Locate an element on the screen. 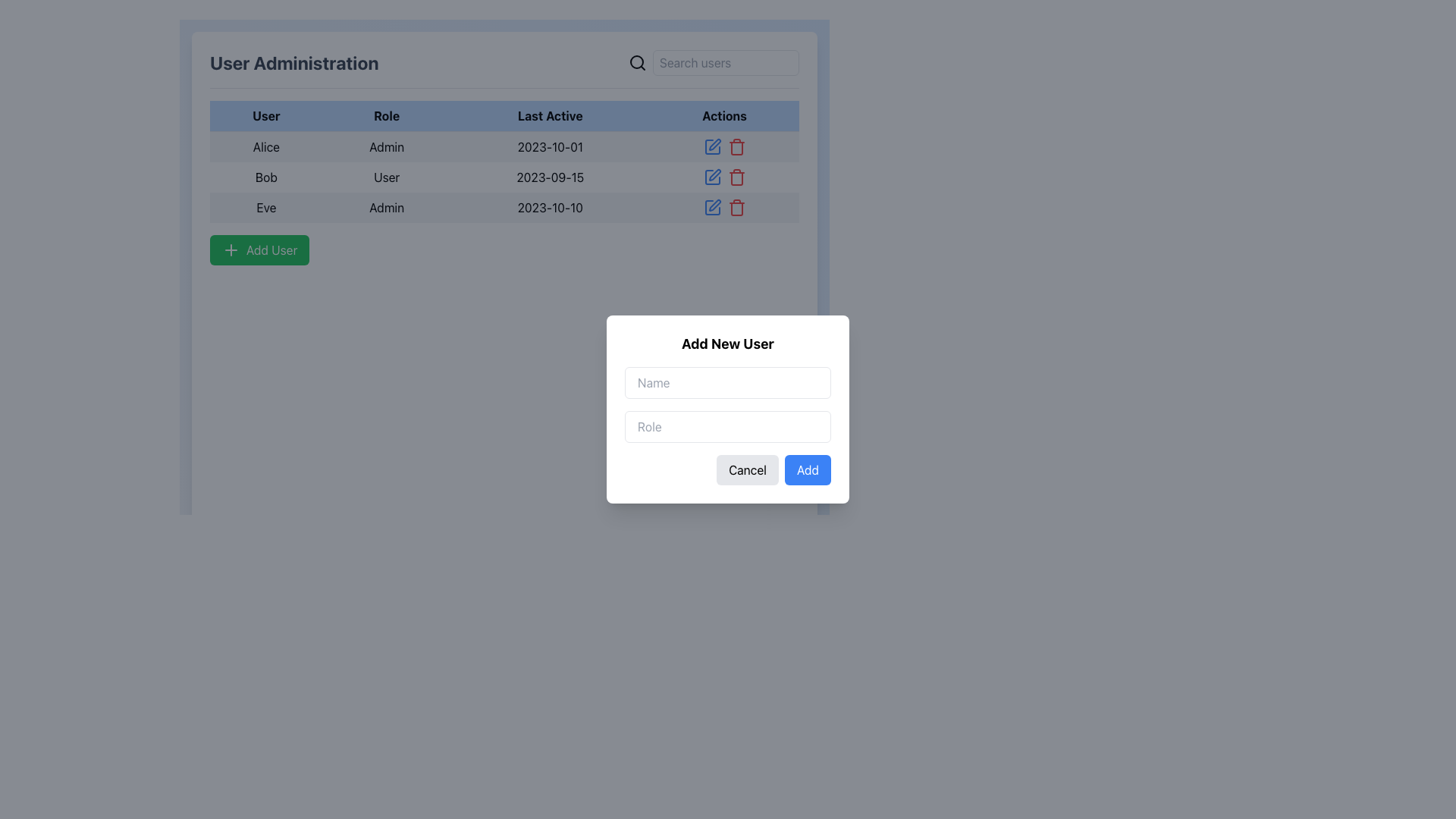  the 'Actions' column header TextLabel, which is located at the top-right area of the table interface is located at coordinates (723, 115).